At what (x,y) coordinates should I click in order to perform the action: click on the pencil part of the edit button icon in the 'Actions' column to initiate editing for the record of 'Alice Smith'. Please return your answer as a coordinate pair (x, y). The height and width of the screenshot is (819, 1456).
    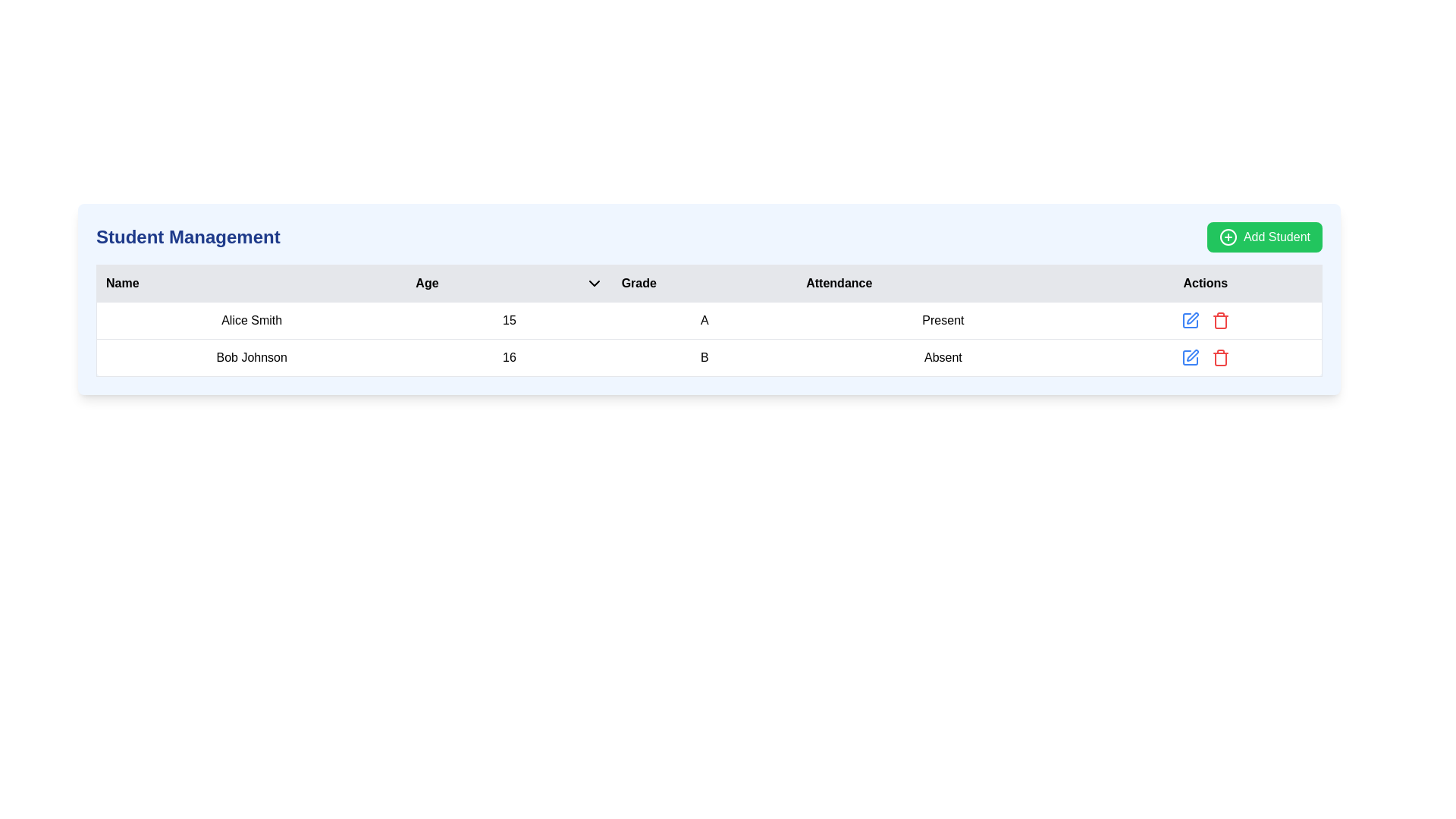
    Looking at the image, I should click on (1191, 318).